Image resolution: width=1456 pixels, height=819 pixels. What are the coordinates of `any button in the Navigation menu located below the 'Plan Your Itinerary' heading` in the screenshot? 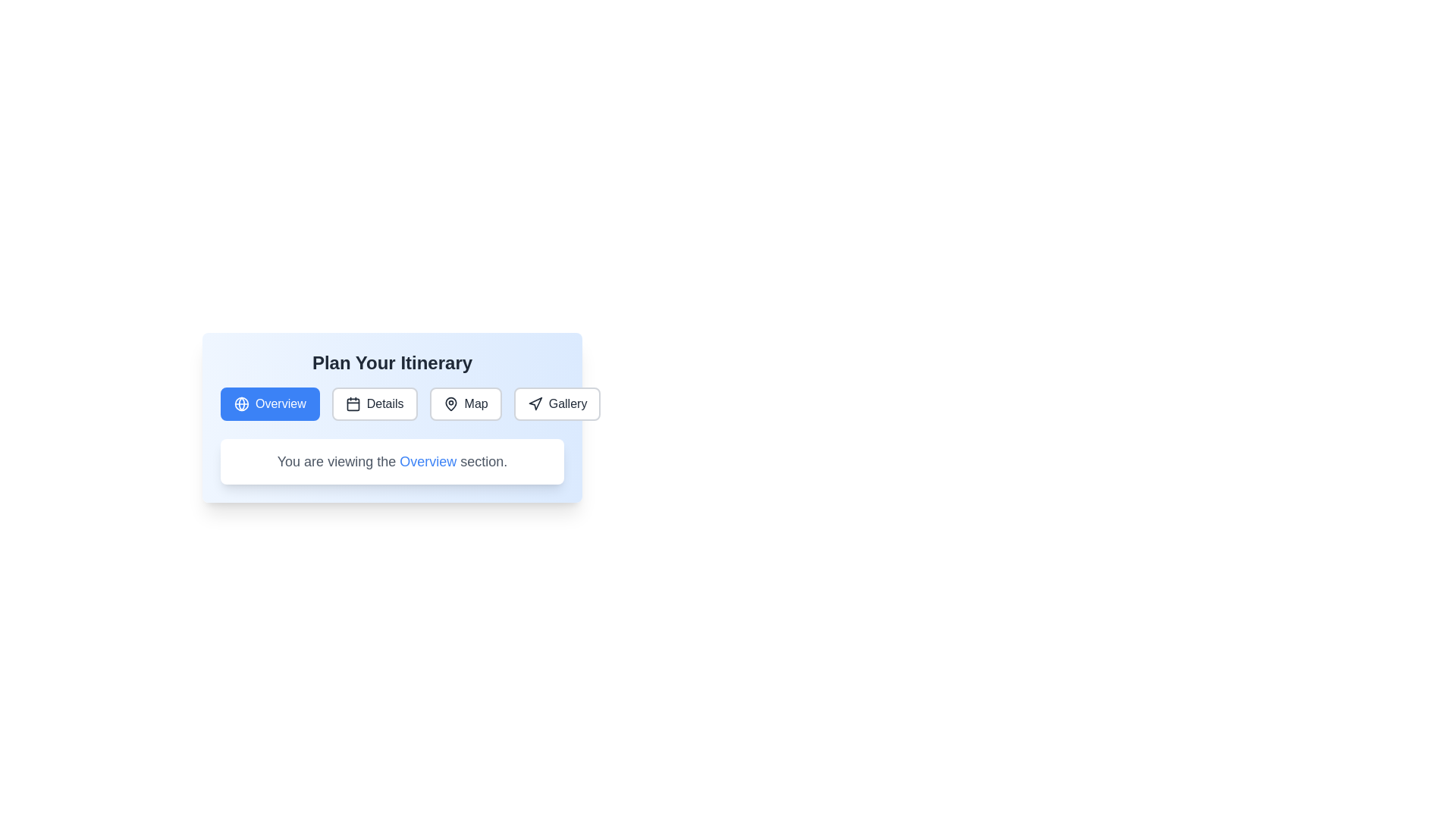 It's located at (392, 403).